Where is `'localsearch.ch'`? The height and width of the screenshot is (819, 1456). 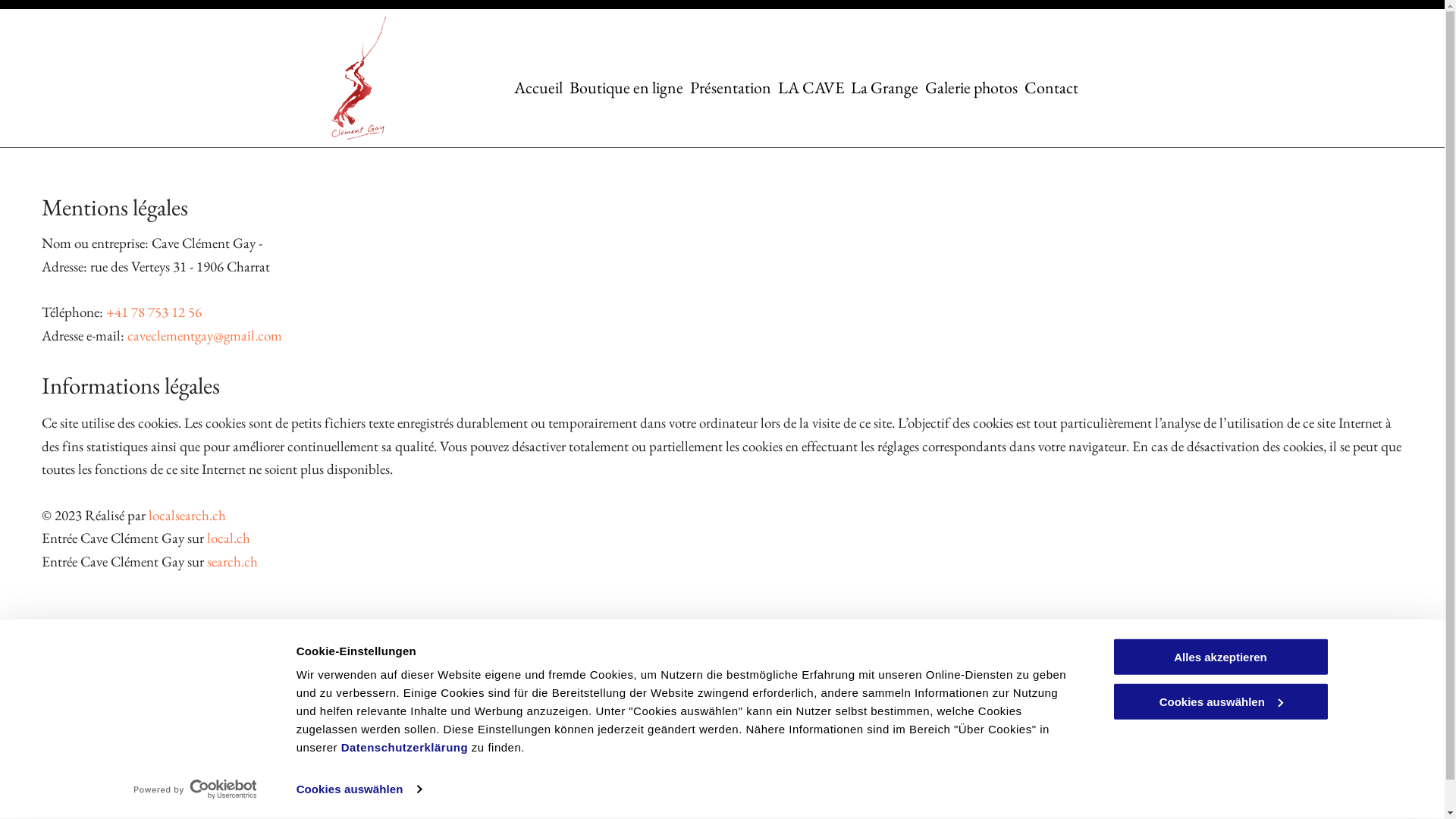 'localsearch.ch' is located at coordinates (149, 514).